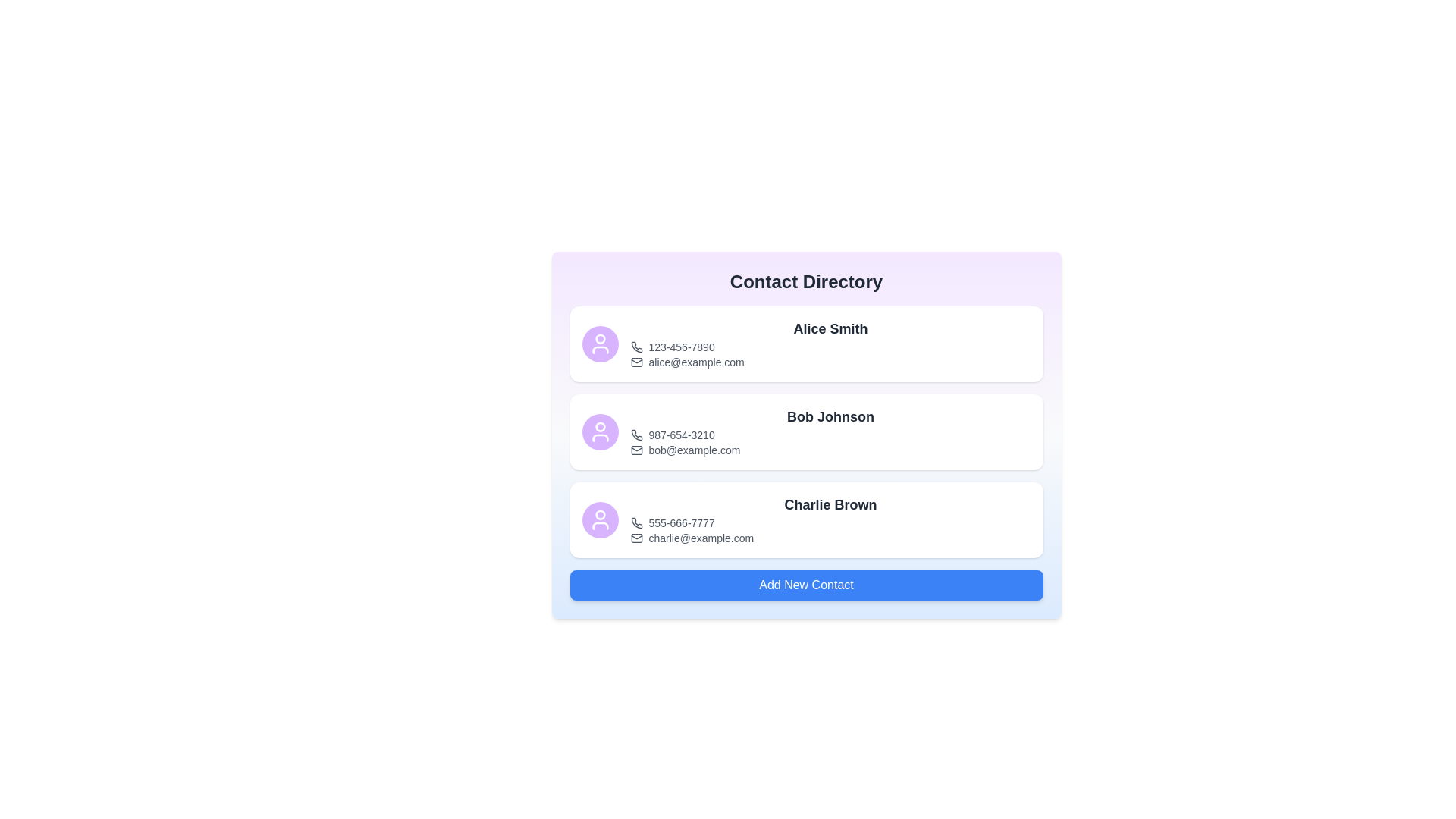 This screenshot has height=819, width=1456. Describe the element at coordinates (805, 519) in the screenshot. I see `the contact entry for Charlie Brown` at that location.